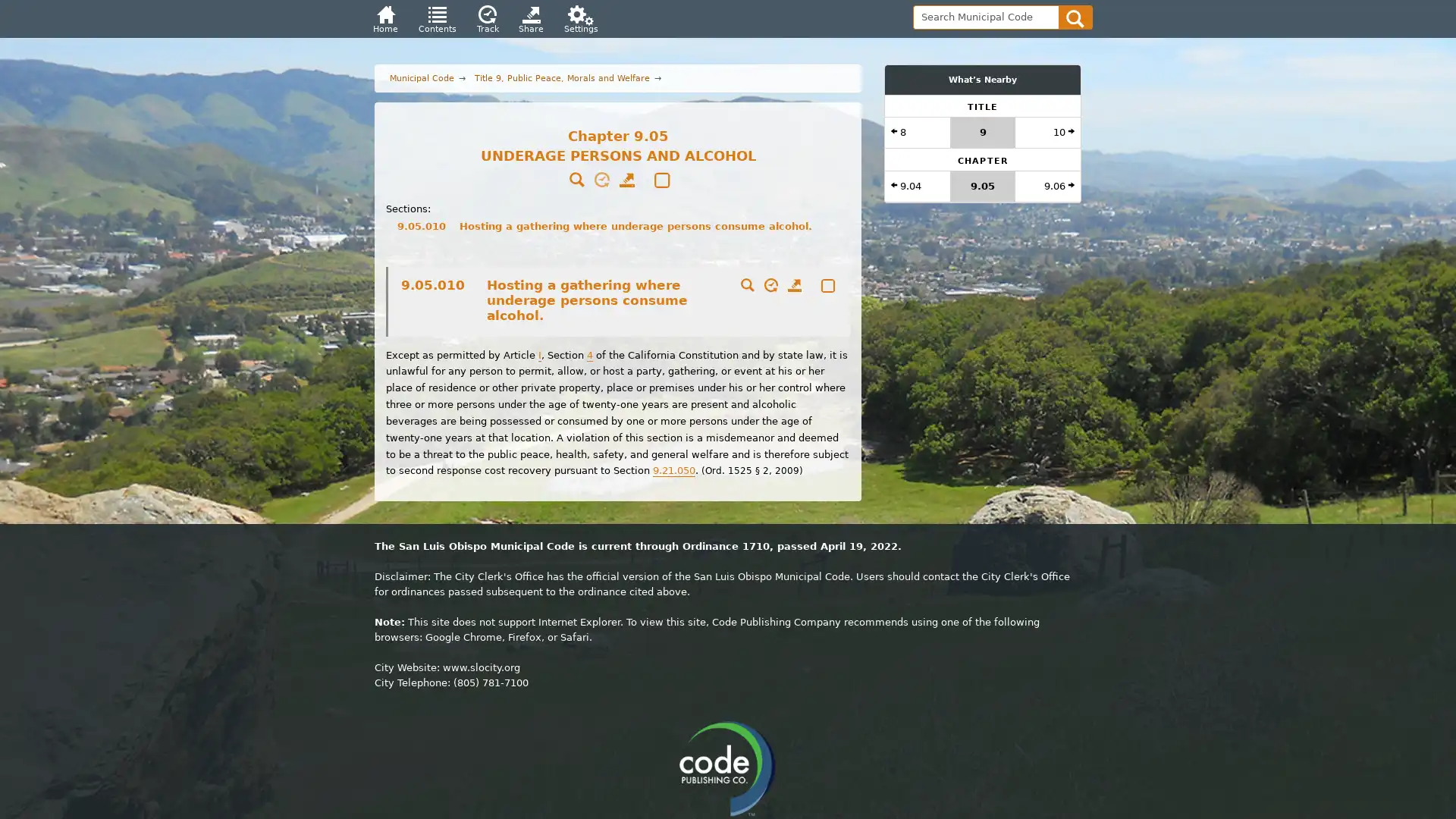 The height and width of the screenshot is (819, 1456). I want to click on History of This Section, so click(768, 287).